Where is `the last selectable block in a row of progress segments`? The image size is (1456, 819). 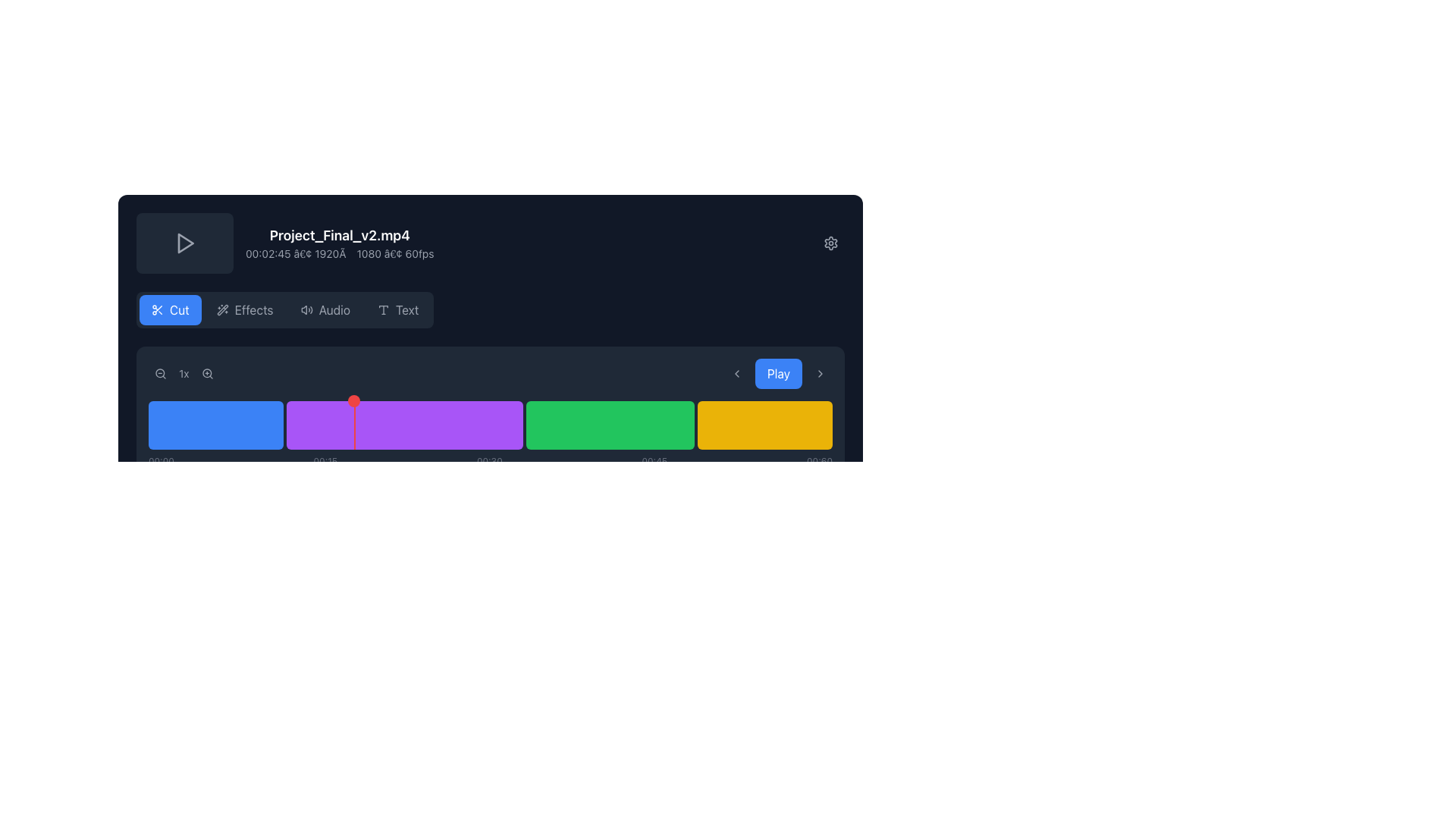
the last selectable block in a row of progress segments is located at coordinates (764, 425).